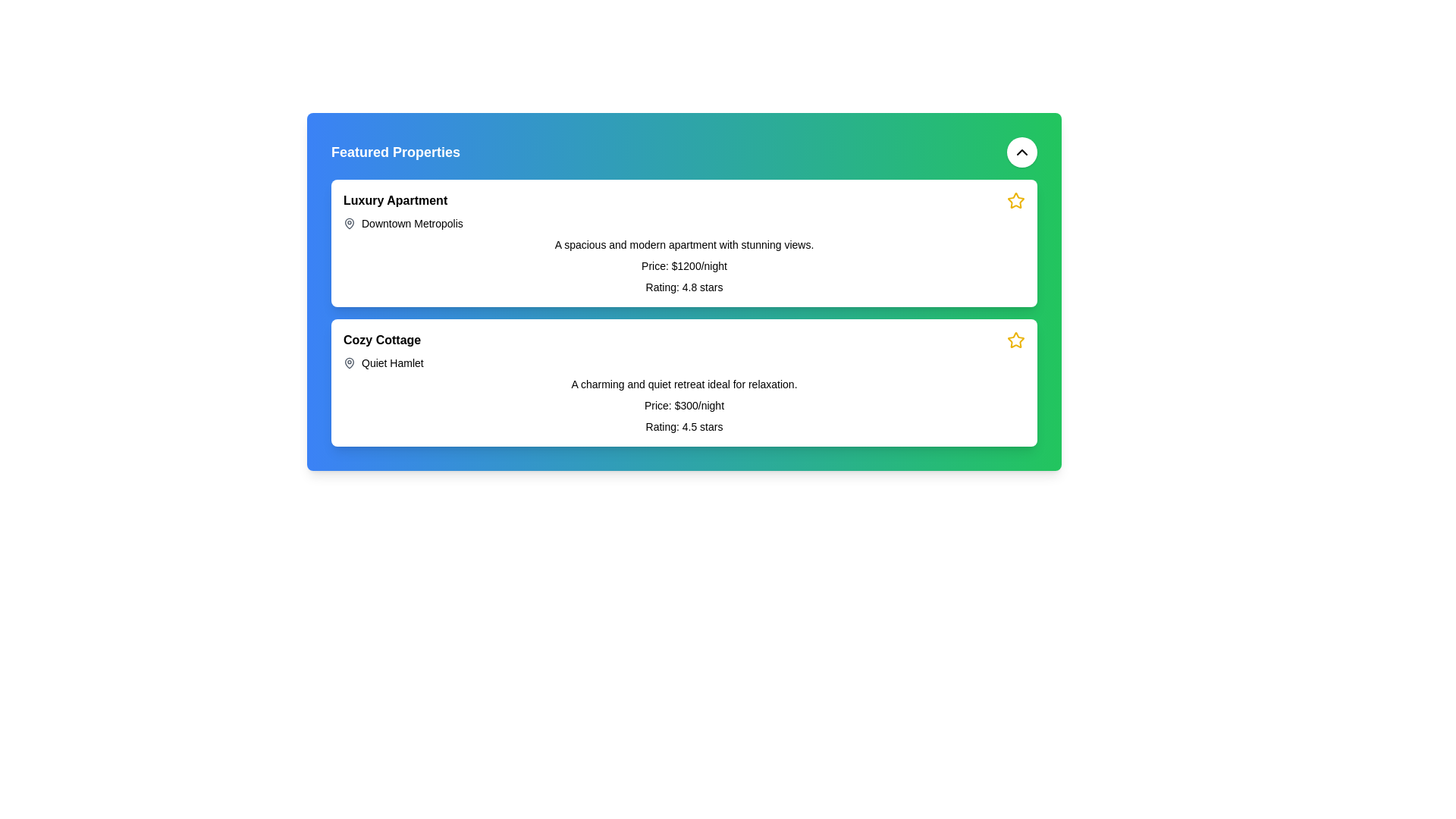 This screenshot has height=819, width=1456. Describe the element at coordinates (348, 222) in the screenshot. I see `the SVG representation of the map or location pin associated with 'Downtown Metropolis' to identify its visual anchor` at that location.